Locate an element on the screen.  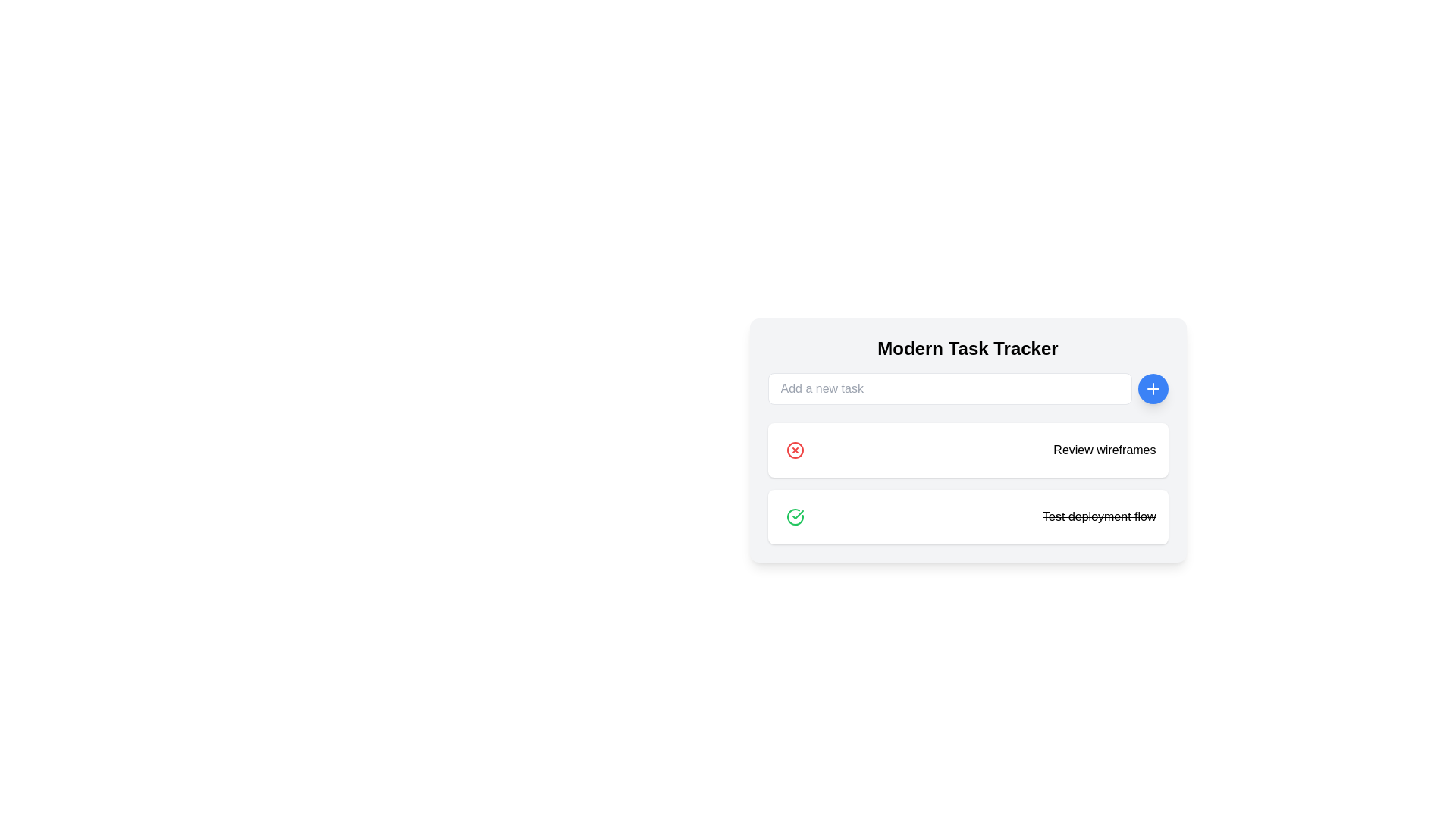
the green checkmark icon representing successful completion in the task list for the 'Test deployment flow' item, located towards the top right of the row is located at coordinates (796, 513).